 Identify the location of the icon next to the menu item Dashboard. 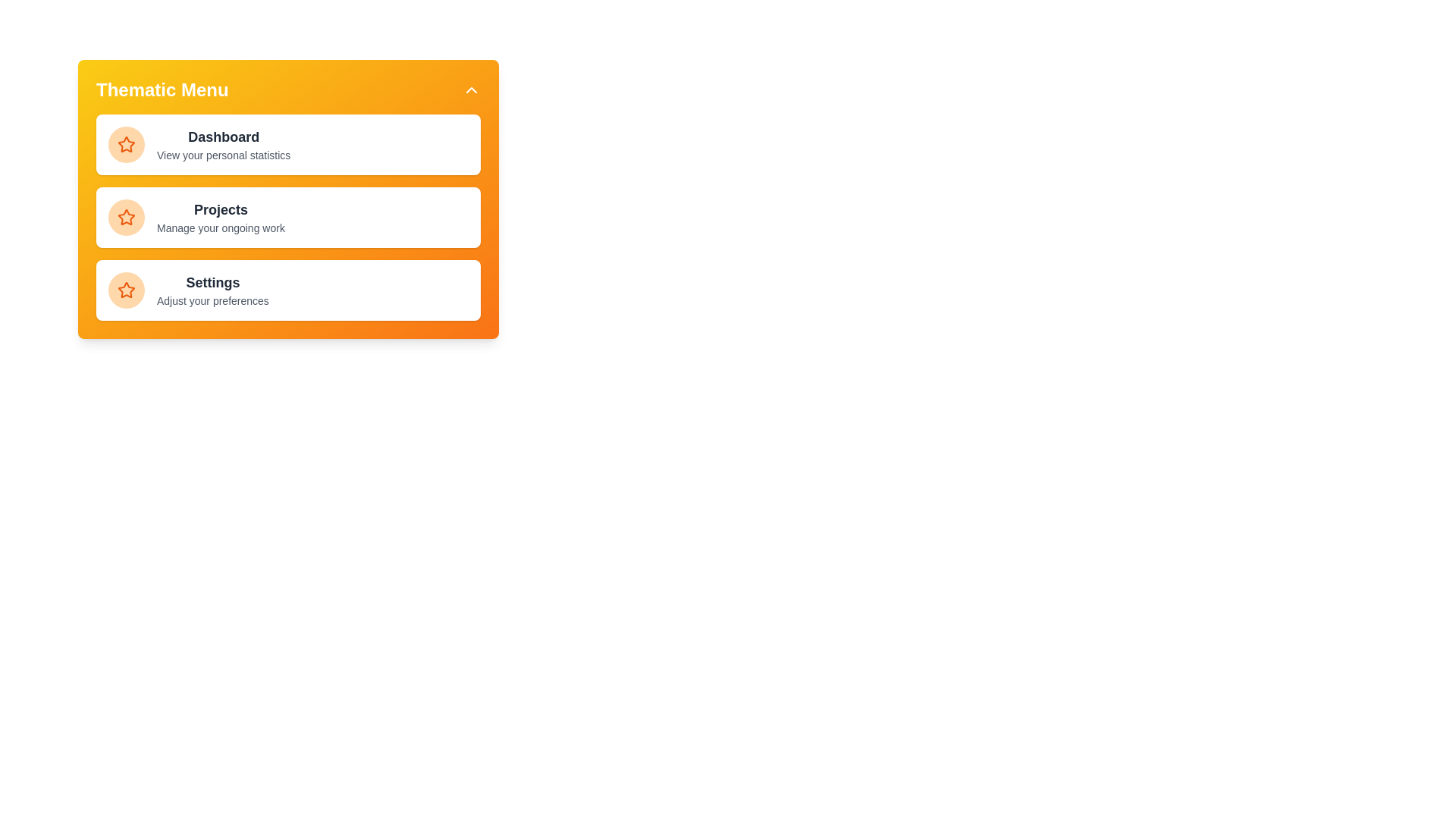
(127, 145).